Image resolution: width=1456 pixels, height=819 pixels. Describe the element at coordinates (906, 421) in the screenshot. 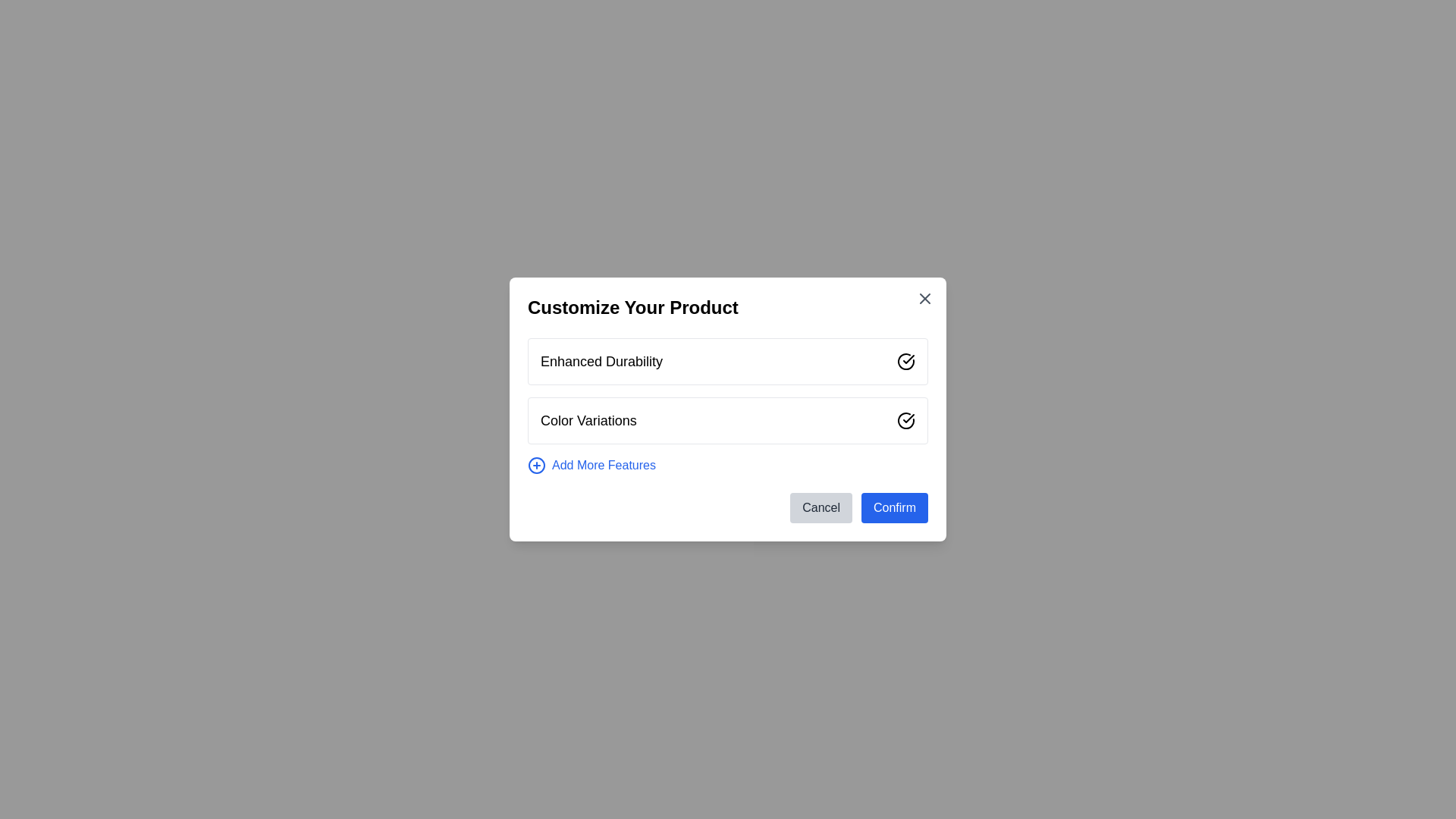

I see `the second interactive selectable icon in the 'Color Variations' section` at that location.